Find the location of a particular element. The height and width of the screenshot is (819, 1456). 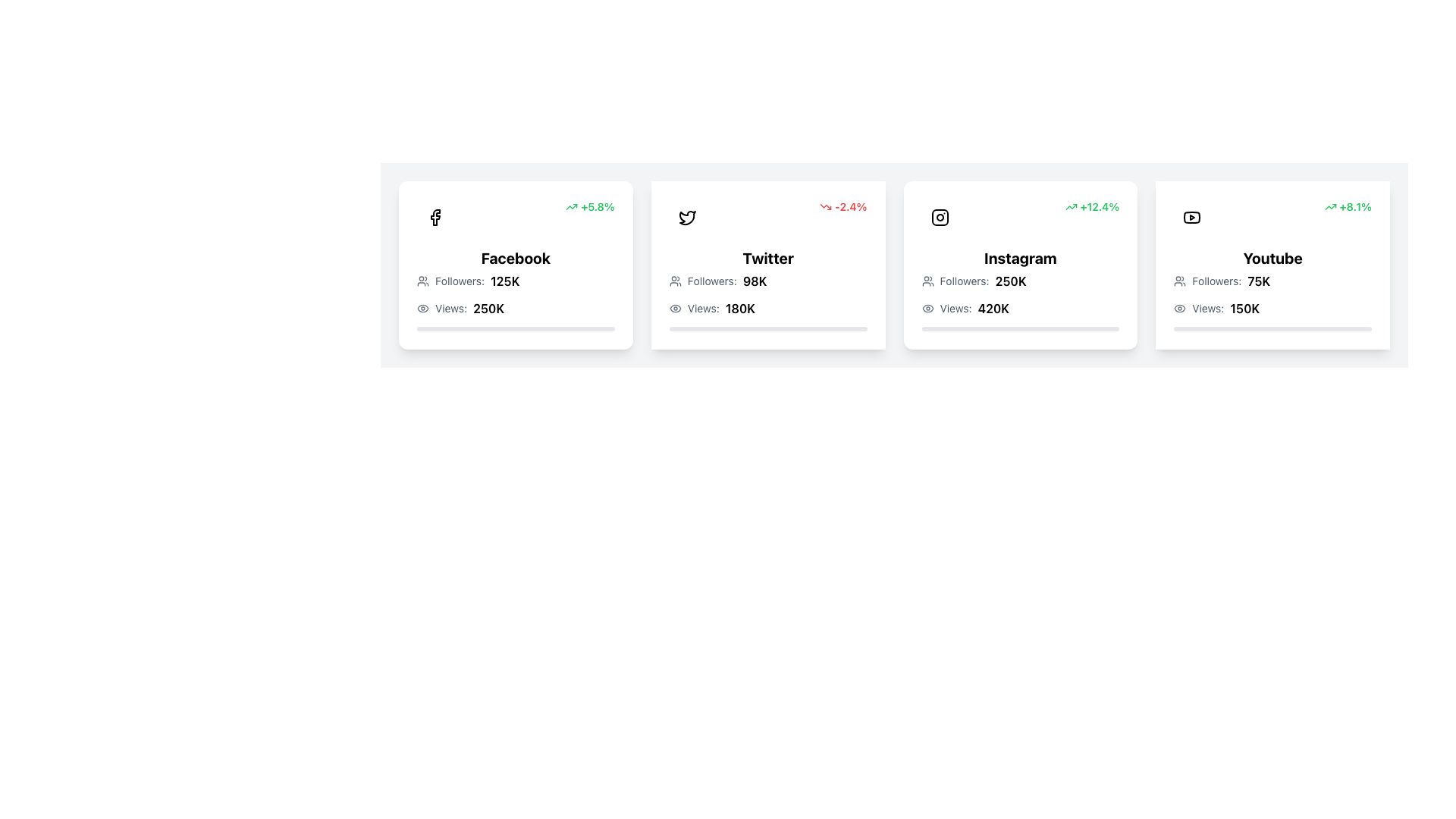

the outer layer of the eye icon in the Instagram card, located near the views count labeled '420K' is located at coordinates (927, 308).